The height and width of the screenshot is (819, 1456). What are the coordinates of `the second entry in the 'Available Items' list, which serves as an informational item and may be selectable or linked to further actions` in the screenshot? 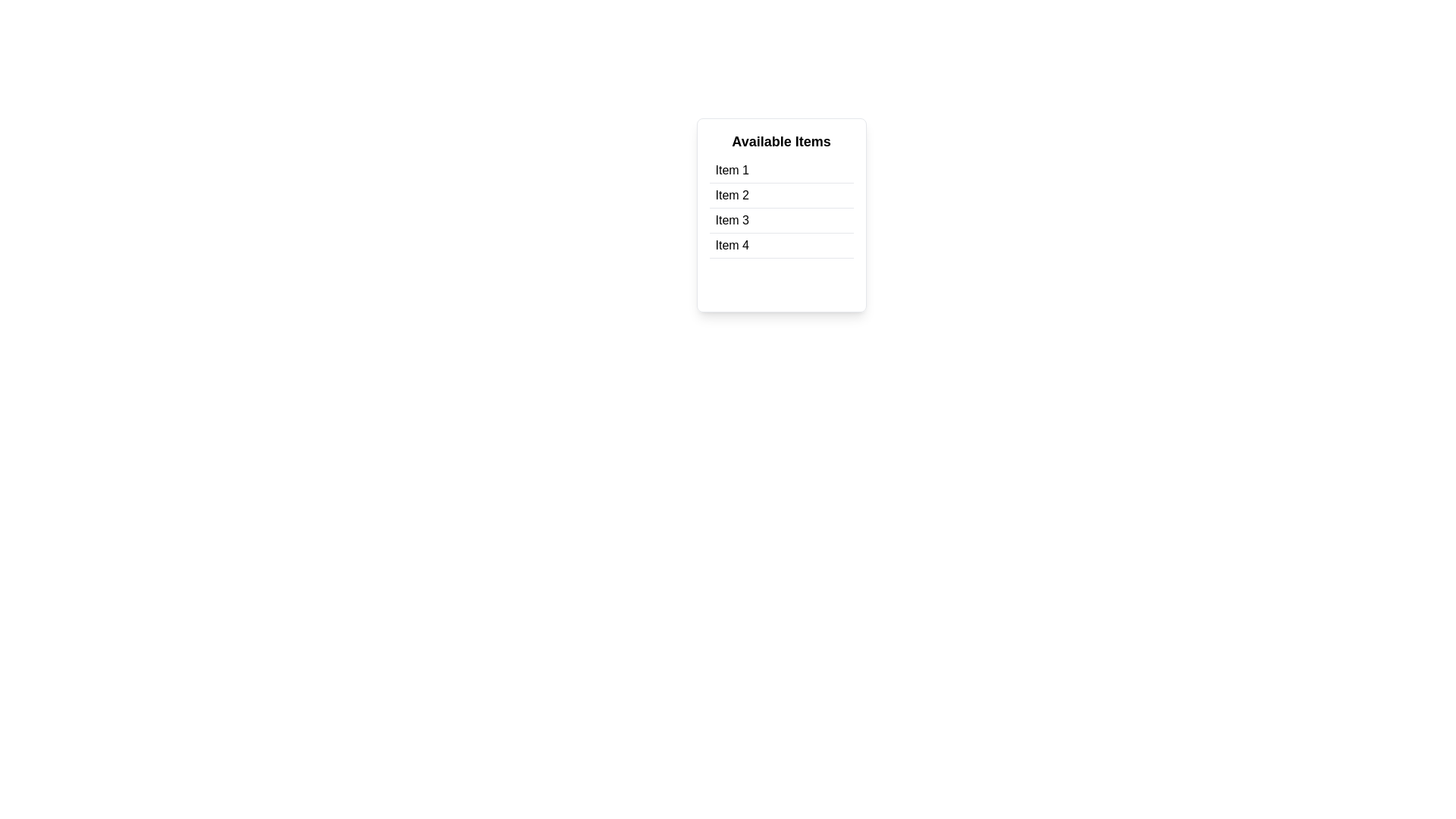 It's located at (732, 195).